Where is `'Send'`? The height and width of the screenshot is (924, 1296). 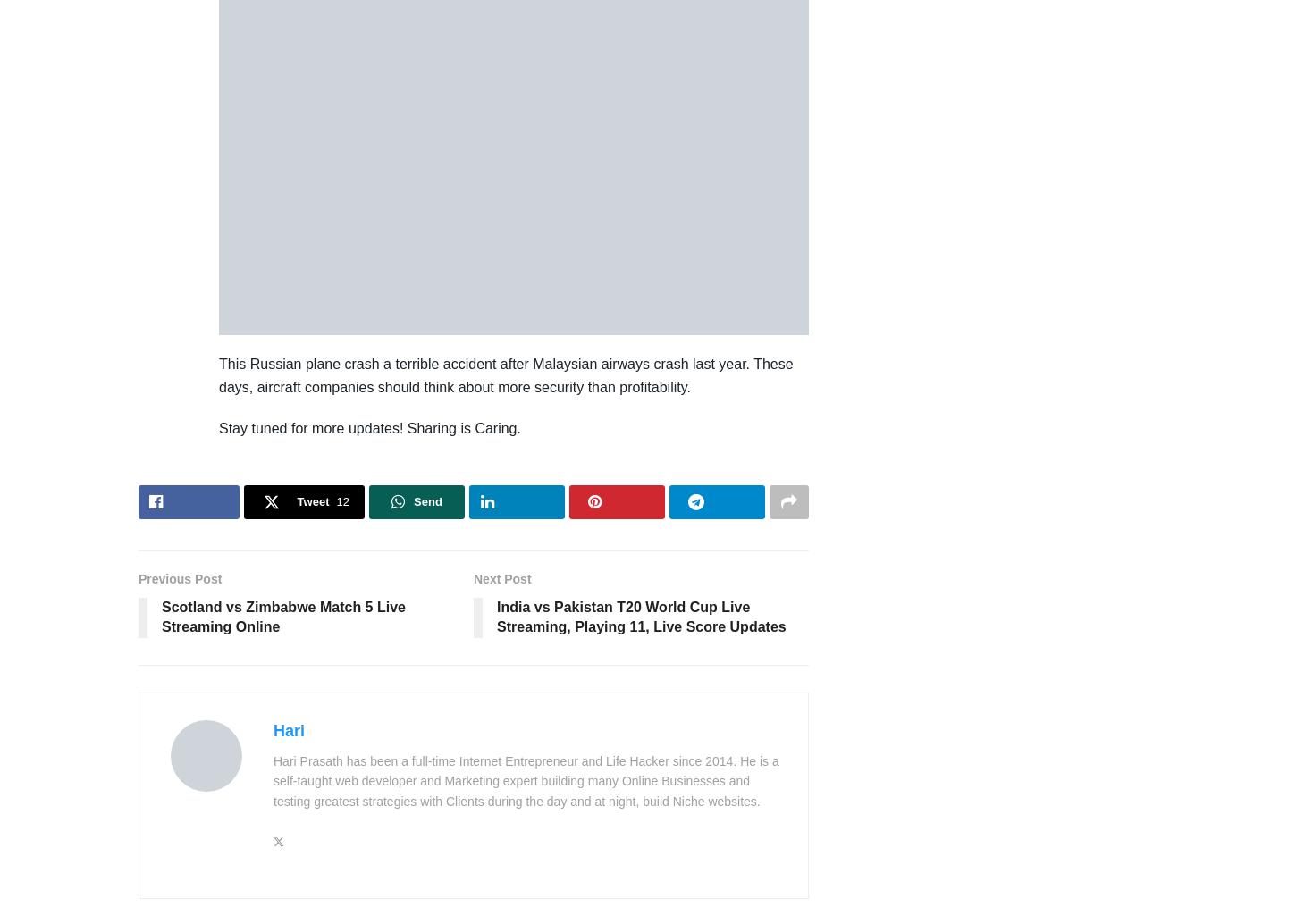 'Send' is located at coordinates (412, 500).